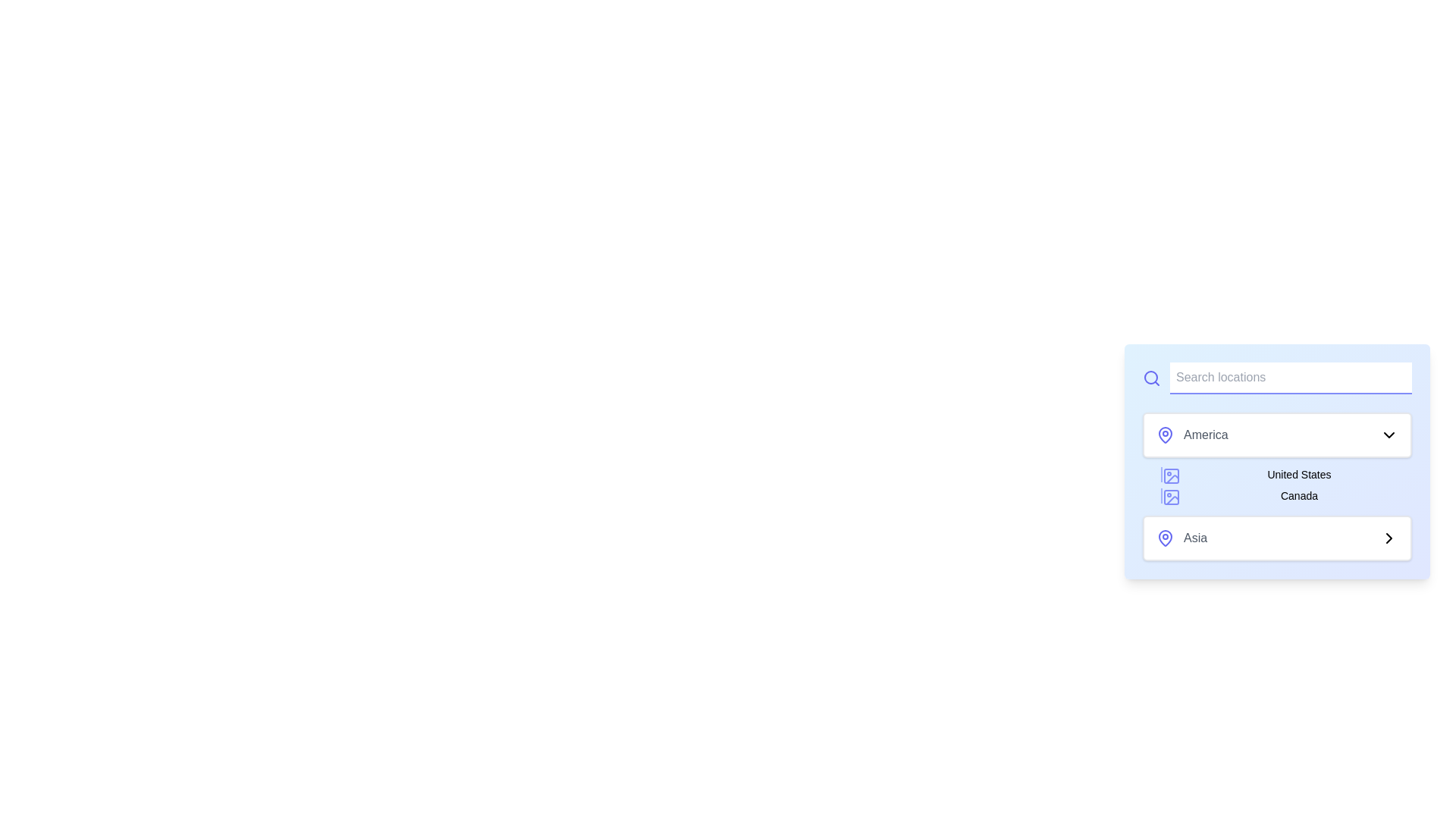 Image resolution: width=1456 pixels, height=819 pixels. I want to click on the label 'Asia' which indicates a location option in the dropdown menu, positioned below 'America' and accompanied by a map pin icon, so click(1194, 537).